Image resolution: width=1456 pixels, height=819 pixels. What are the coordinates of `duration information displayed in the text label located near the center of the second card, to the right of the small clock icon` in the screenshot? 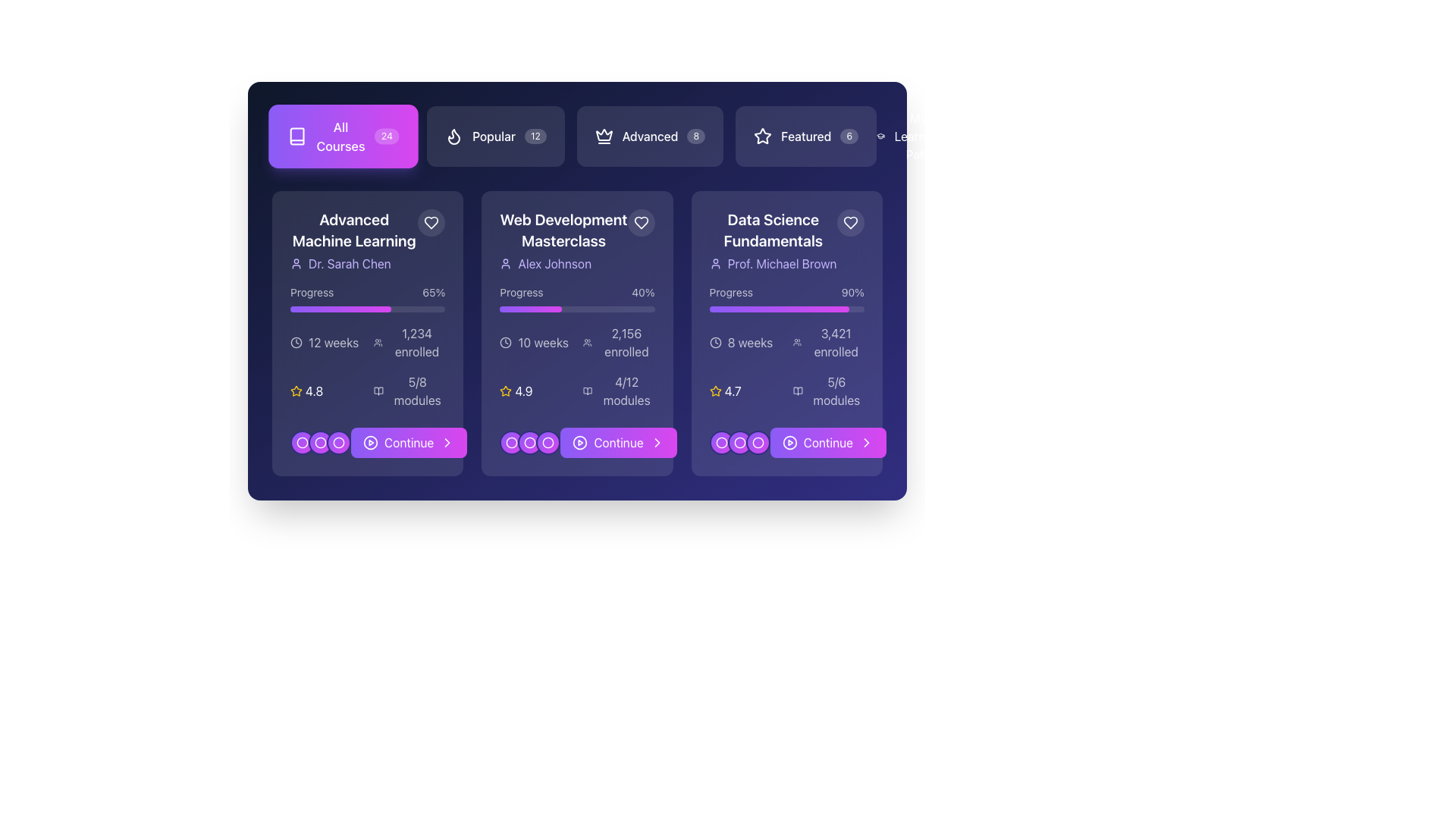 It's located at (543, 342).